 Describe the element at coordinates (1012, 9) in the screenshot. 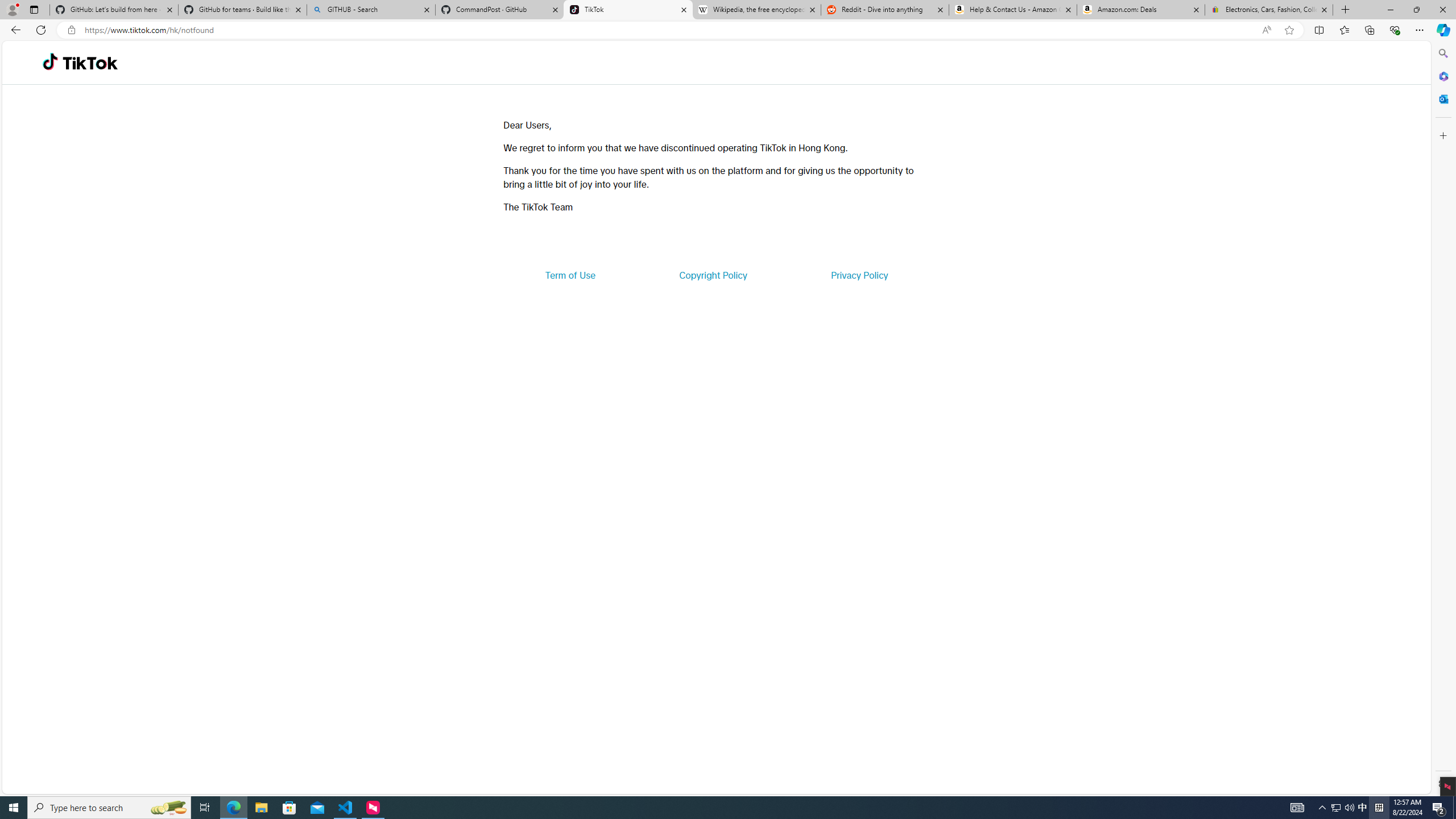

I see `'Help & Contact Us - Amazon Customer Service'` at that location.